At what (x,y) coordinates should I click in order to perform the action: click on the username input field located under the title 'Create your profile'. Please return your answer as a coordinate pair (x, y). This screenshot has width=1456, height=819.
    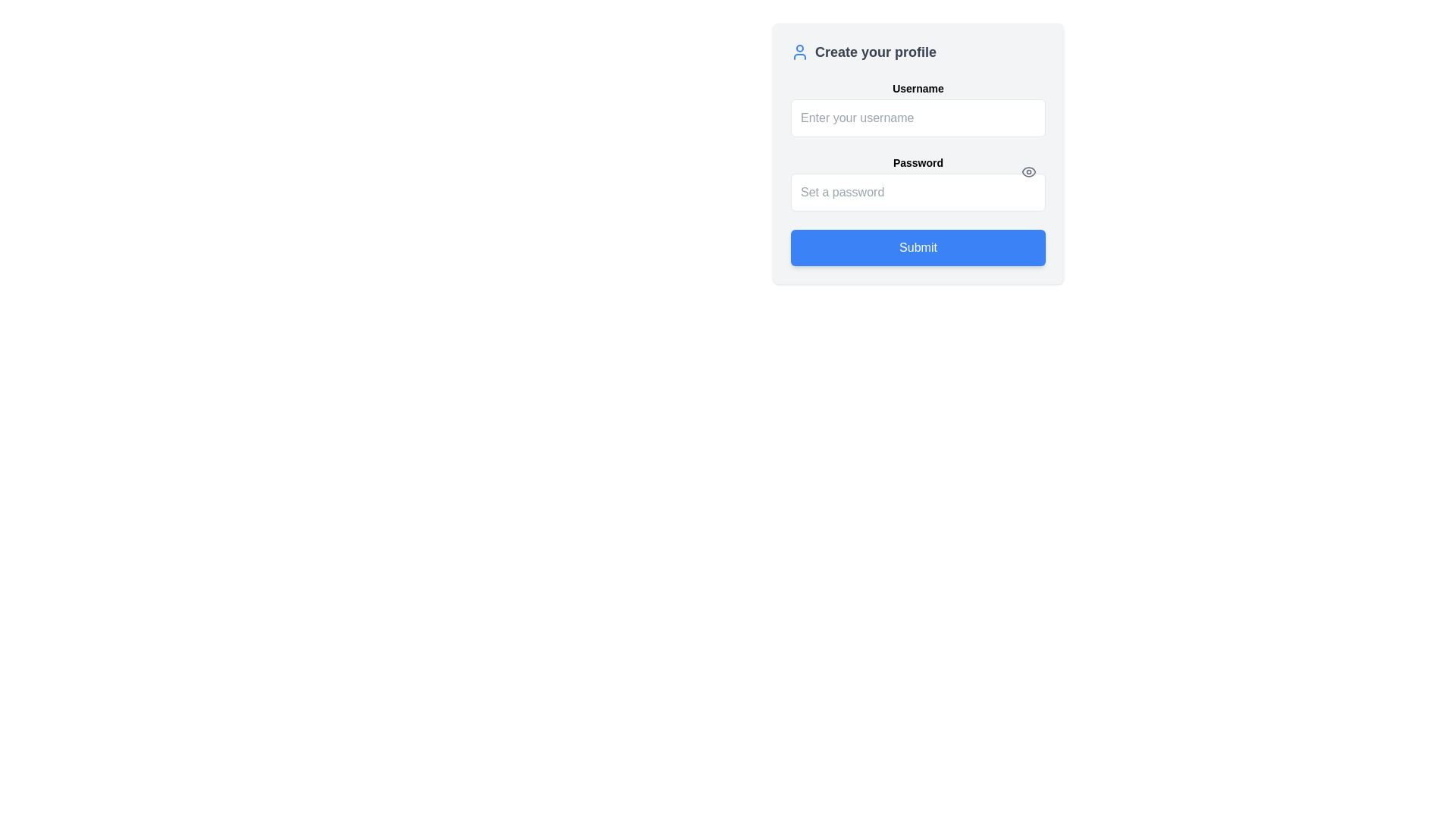
    Looking at the image, I should click on (917, 108).